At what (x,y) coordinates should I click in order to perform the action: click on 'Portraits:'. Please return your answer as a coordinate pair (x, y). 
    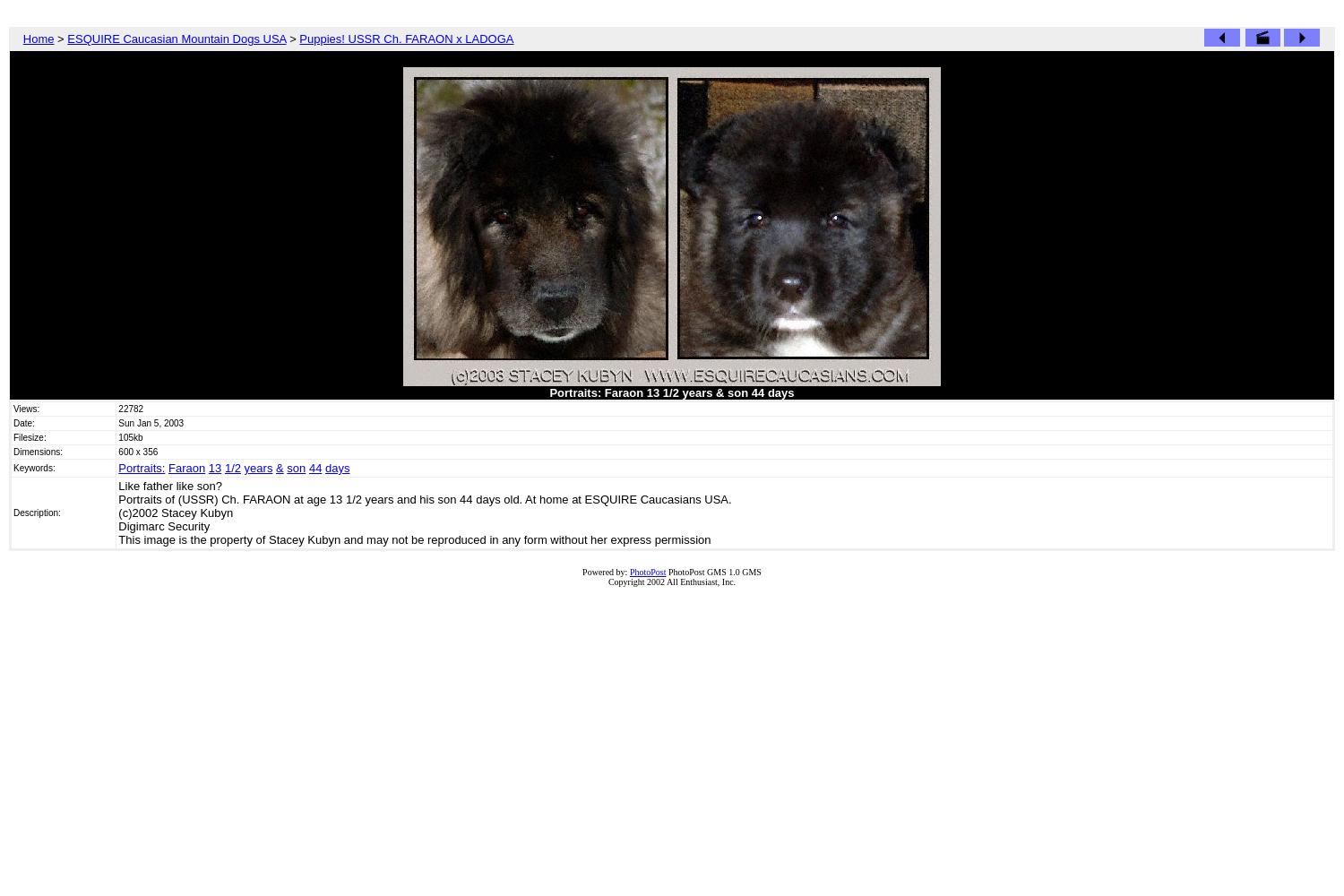
    Looking at the image, I should click on (141, 468).